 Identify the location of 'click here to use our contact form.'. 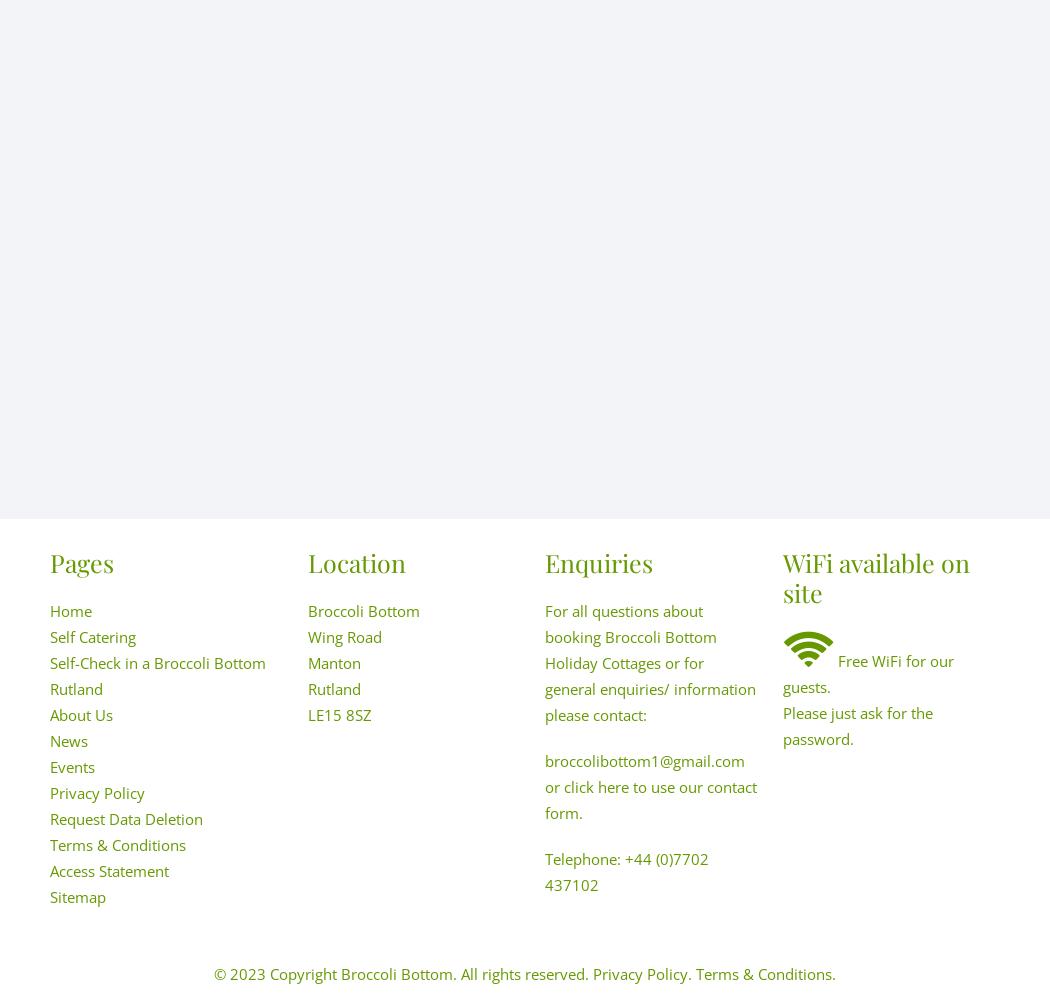
(650, 800).